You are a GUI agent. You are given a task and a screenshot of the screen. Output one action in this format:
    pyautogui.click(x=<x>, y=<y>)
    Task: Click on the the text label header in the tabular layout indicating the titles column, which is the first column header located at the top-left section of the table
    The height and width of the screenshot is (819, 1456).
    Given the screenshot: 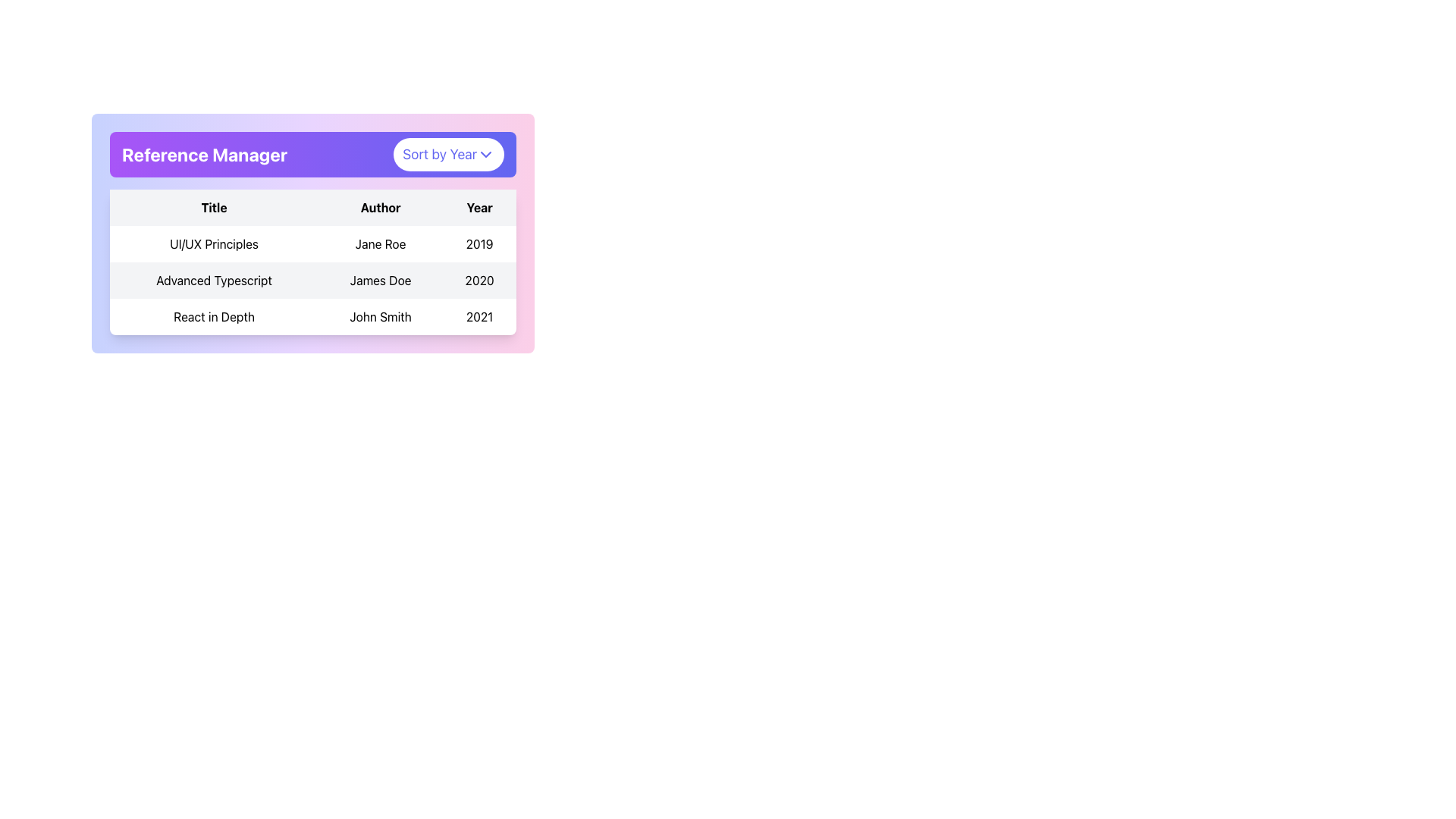 What is the action you would take?
    pyautogui.click(x=213, y=207)
    